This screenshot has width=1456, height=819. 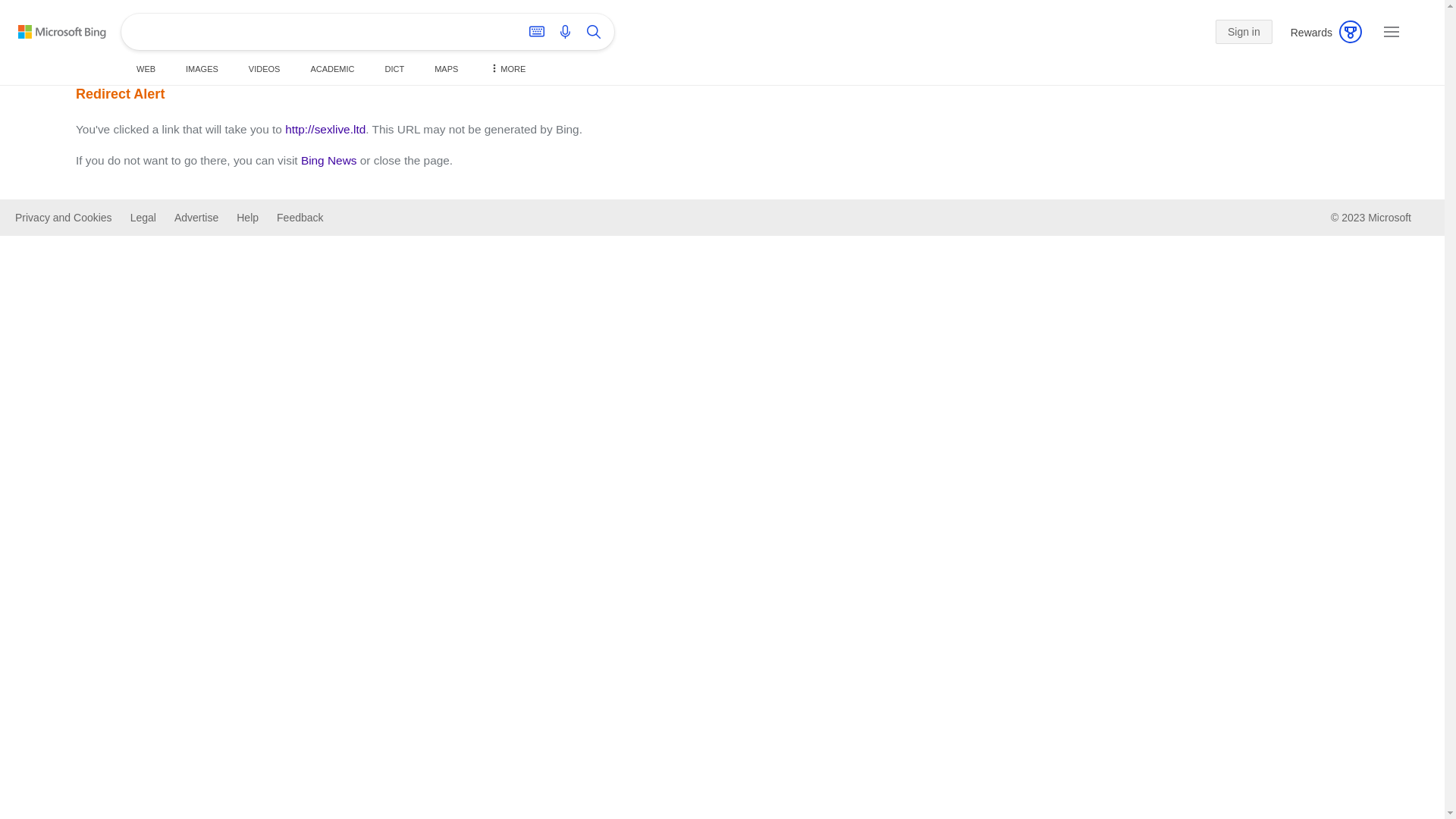 I want to click on 'VIDEOS', so click(x=265, y=69).